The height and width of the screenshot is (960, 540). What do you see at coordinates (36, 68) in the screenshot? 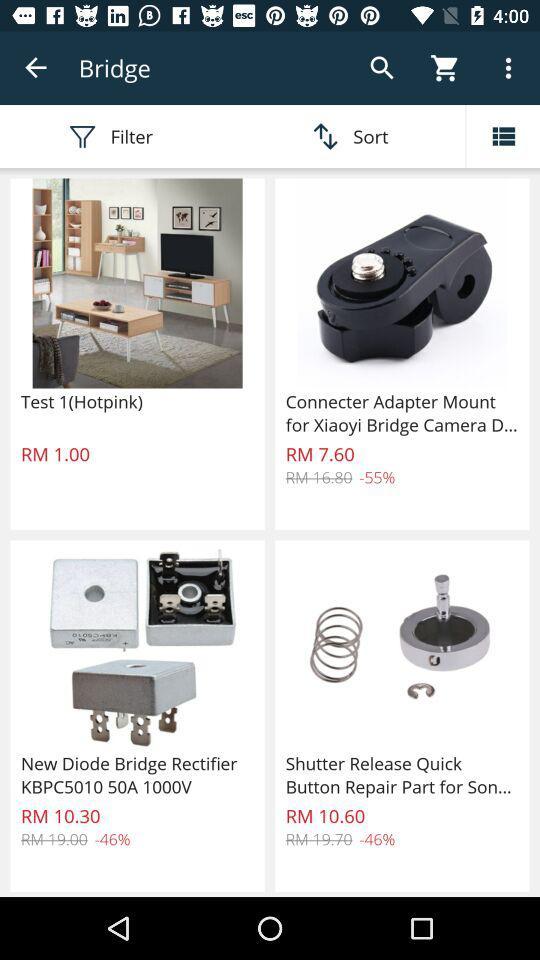
I see `return to search` at bounding box center [36, 68].